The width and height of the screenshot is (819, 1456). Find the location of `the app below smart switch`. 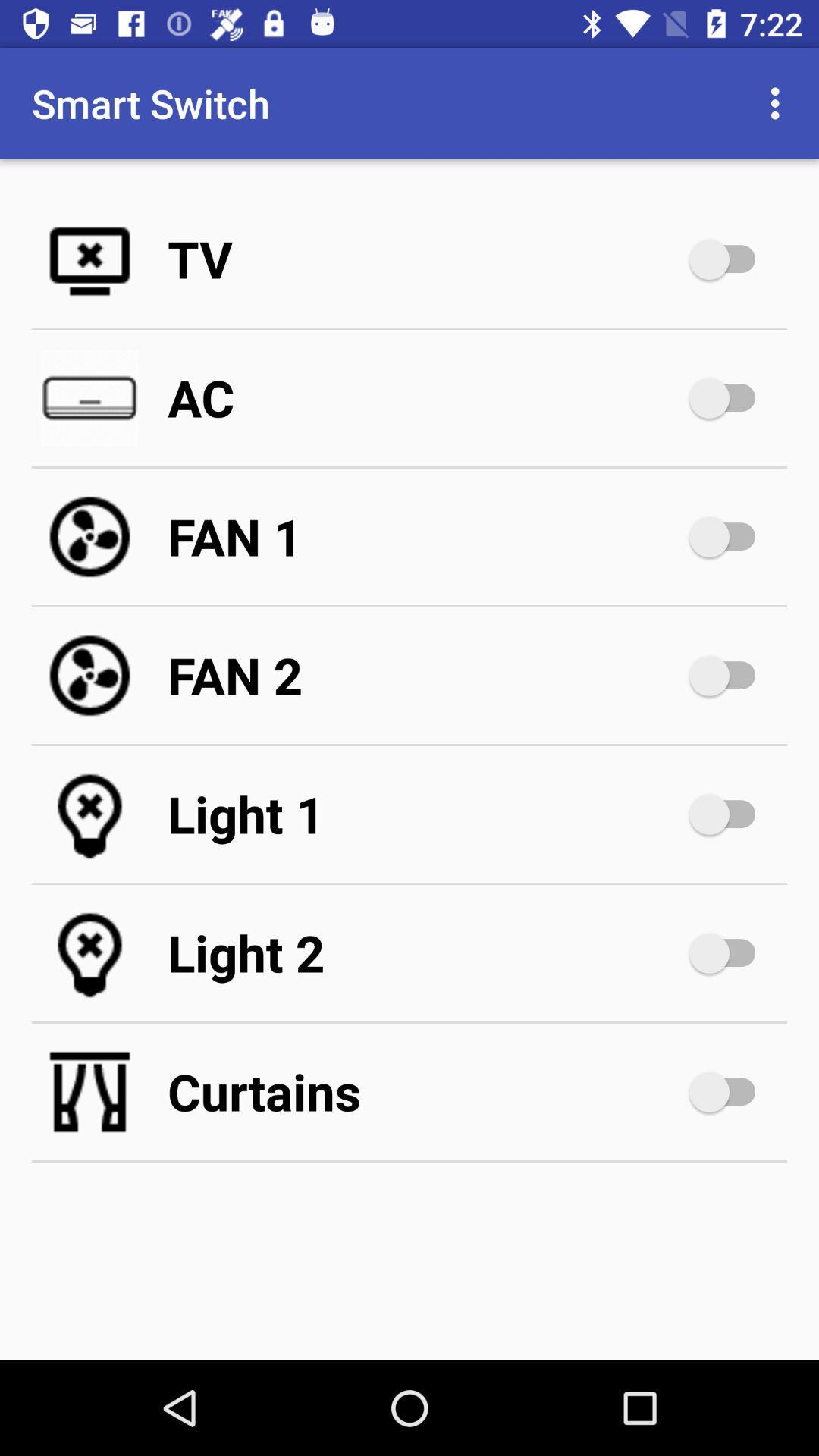

the app below smart switch is located at coordinates (425, 259).